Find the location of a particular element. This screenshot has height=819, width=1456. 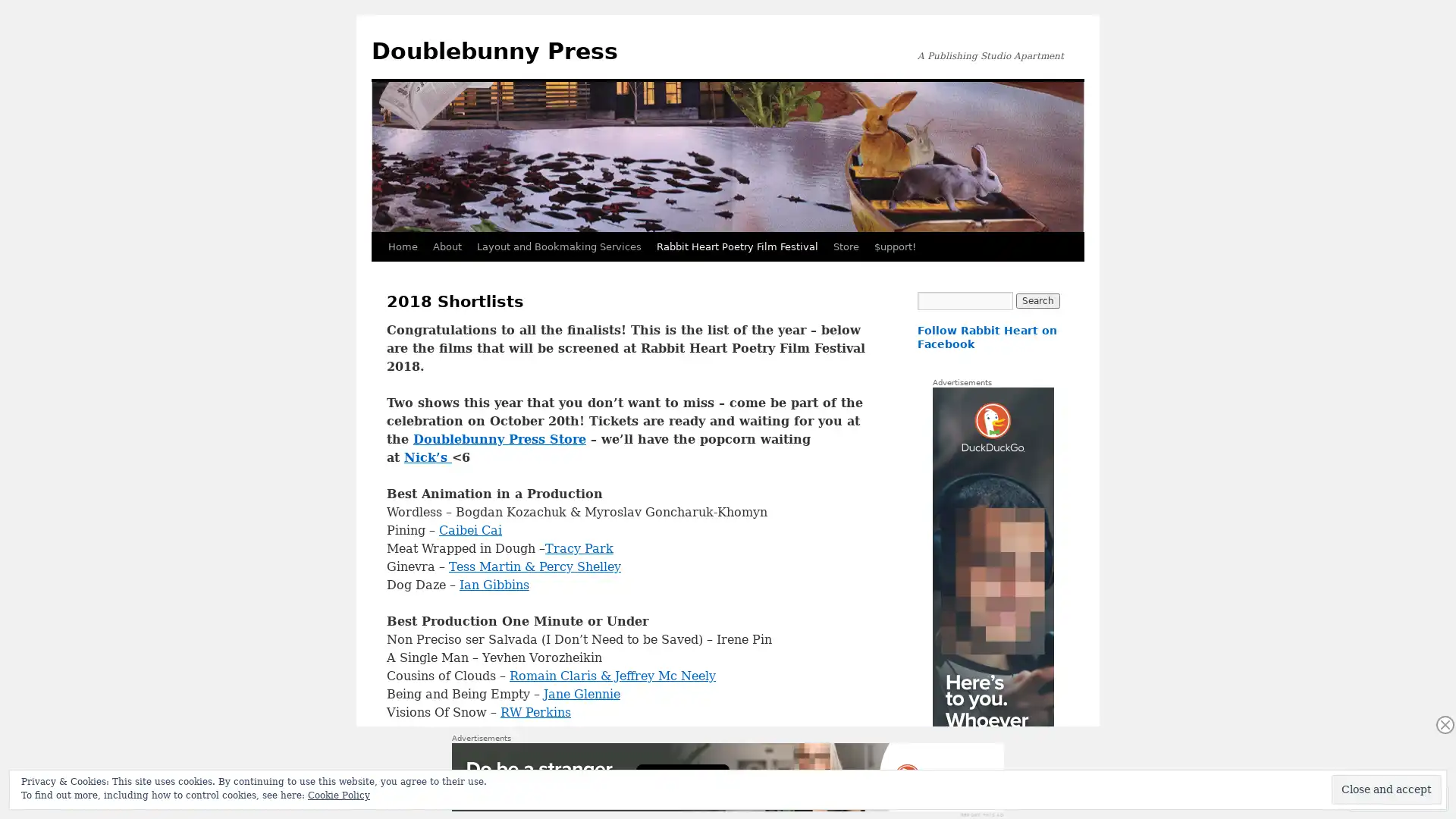

Search is located at coordinates (1037, 301).